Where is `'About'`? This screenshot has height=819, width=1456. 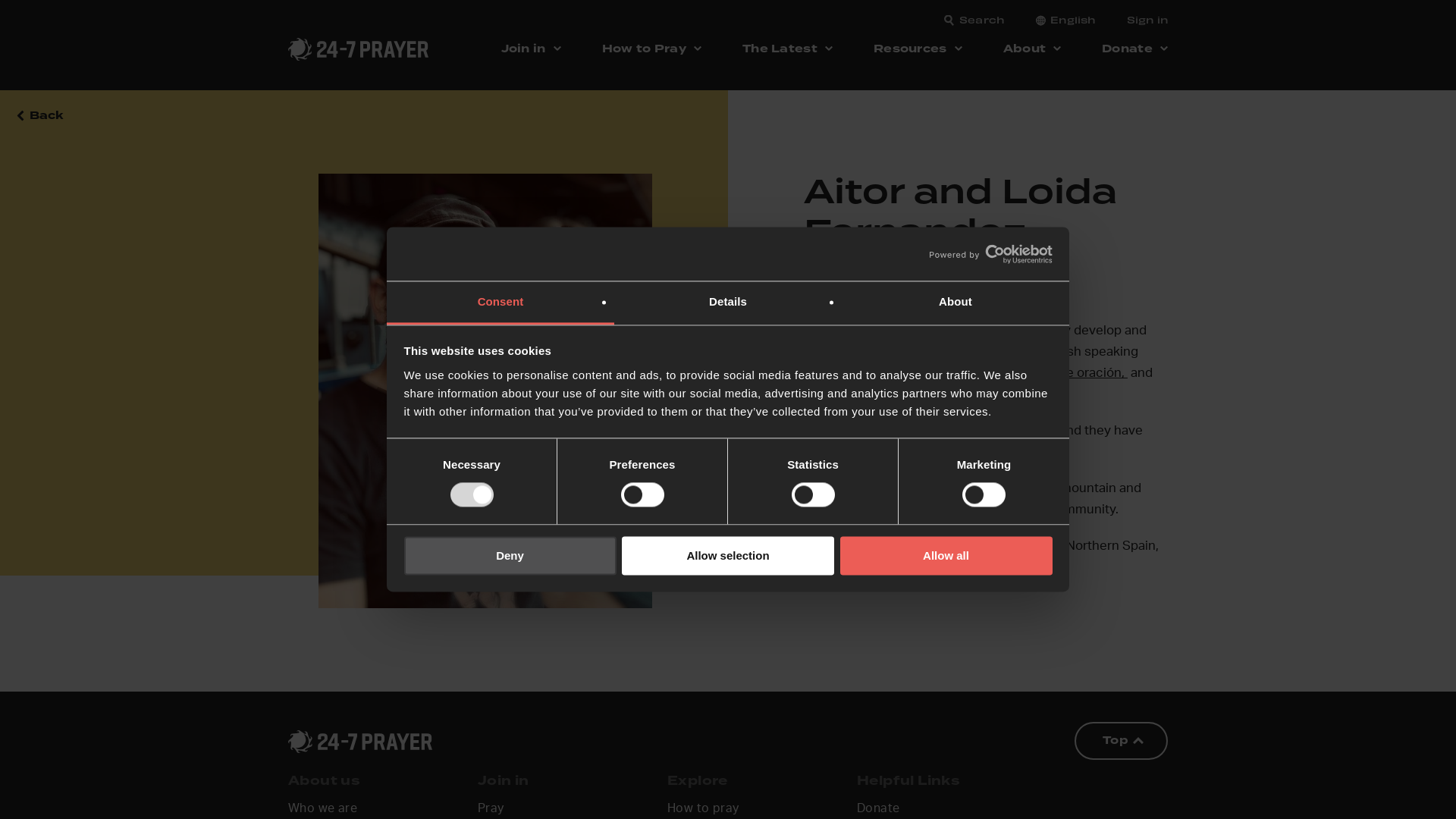 'About' is located at coordinates (954, 303).